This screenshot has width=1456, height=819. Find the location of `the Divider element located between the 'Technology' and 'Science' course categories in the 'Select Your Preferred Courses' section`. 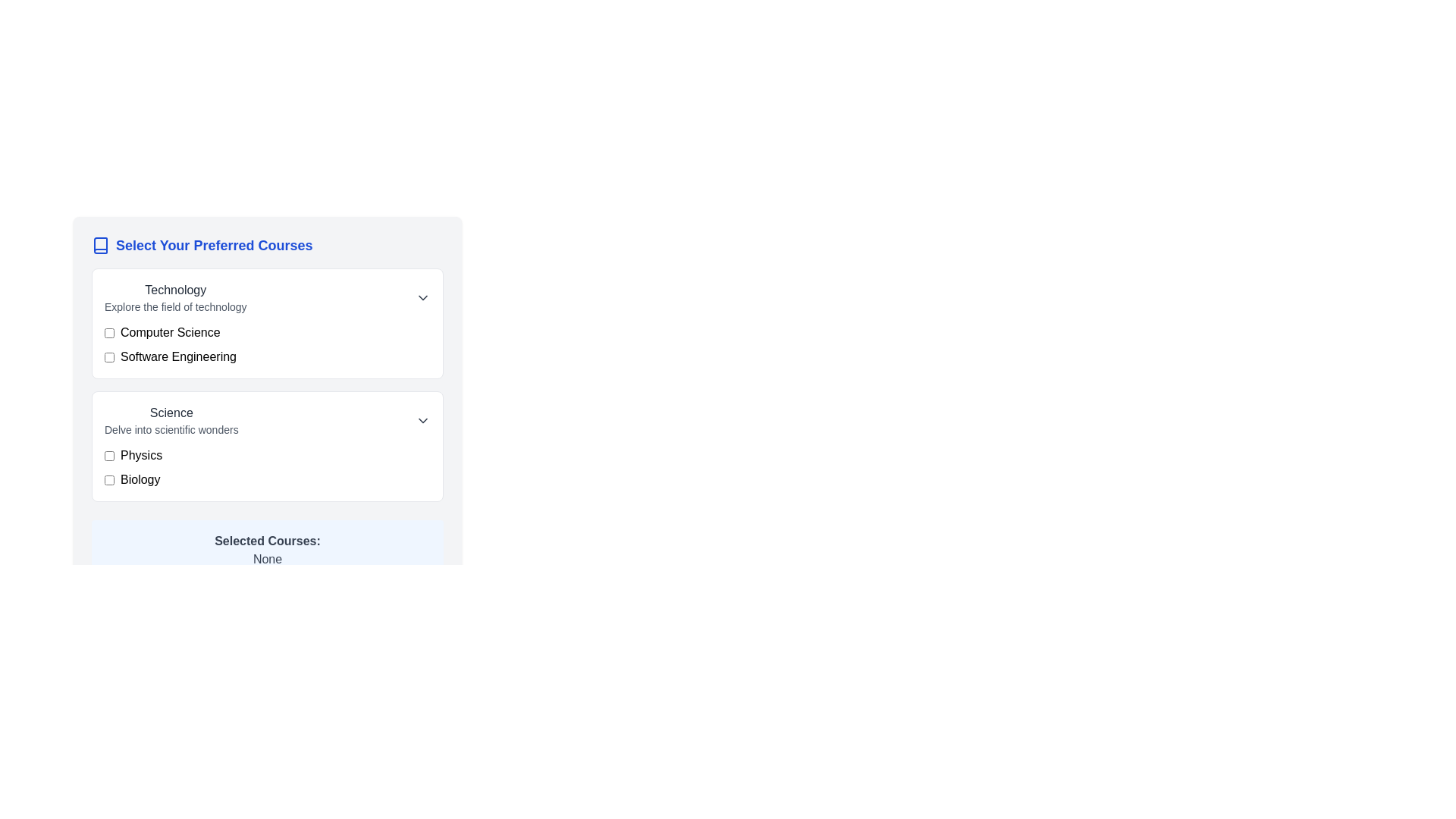

the Divider element located between the 'Technology' and 'Science' course categories in the 'Select Your Preferred Courses' section is located at coordinates (268, 384).